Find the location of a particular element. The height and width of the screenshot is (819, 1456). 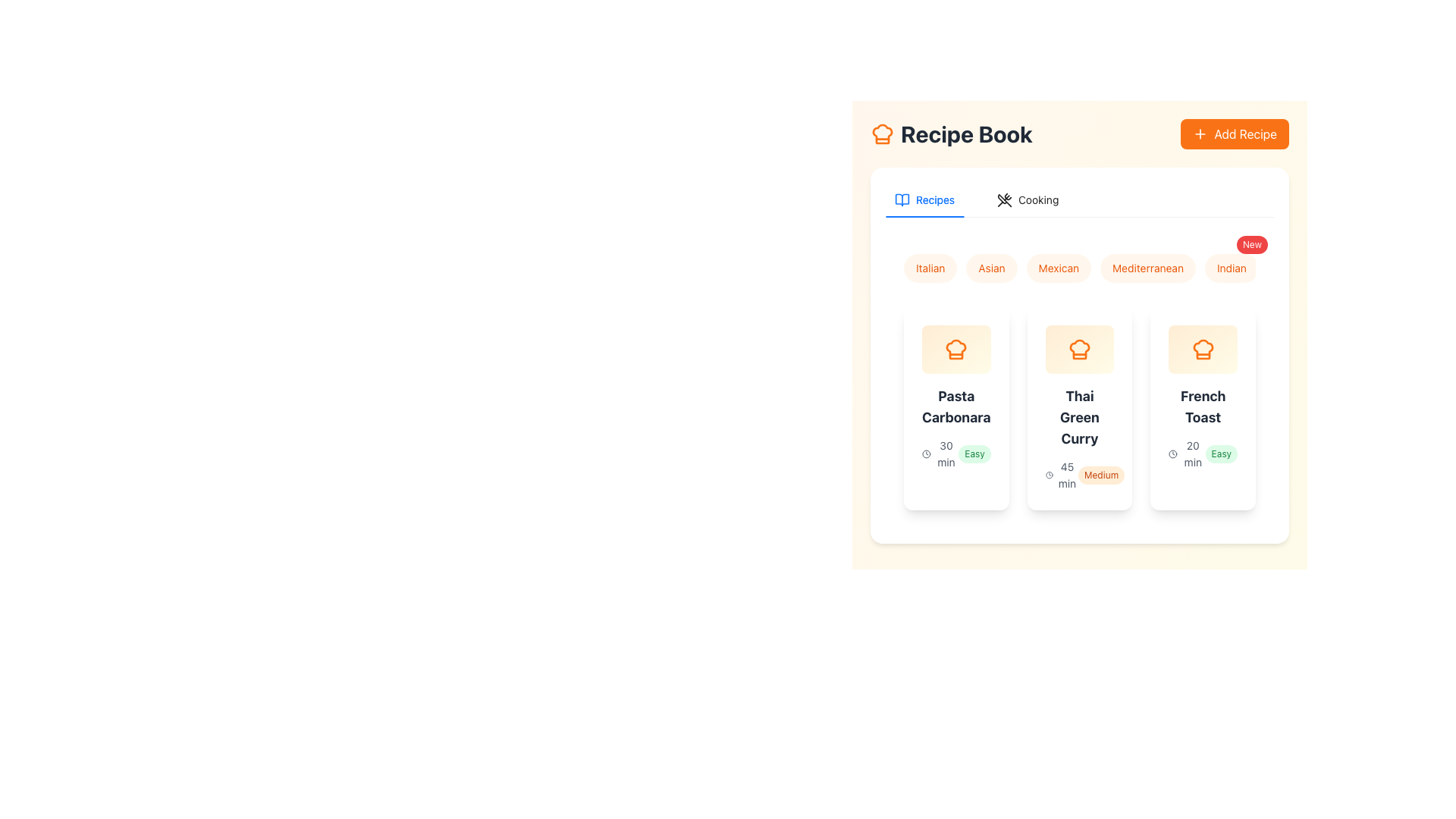

the header text element indicating the purpose or context of the displayed content related to recipes and cooking, located near the top-left corner of the interface adjacent to the chef hat icon is located at coordinates (950, 133).